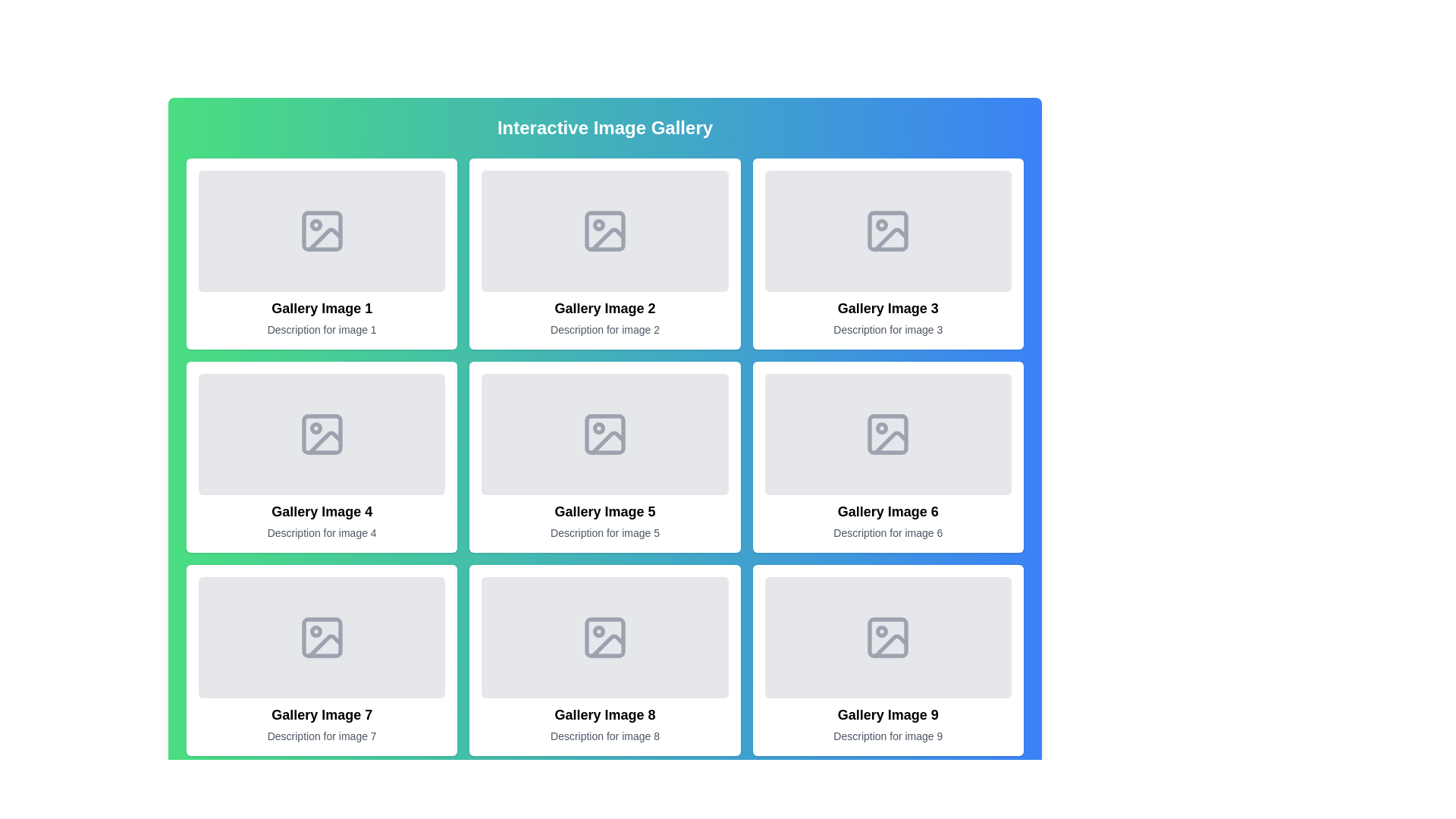 The width and height of the screenshot is (1456, 819). What do you see at coordinates (321, 329) in the screenshot?
I see `text label that contains 'Description for image 1', which is styled in gray and located below the title 'Gallery Image 1' in the first gallery item` at bounding box center [321, 329].